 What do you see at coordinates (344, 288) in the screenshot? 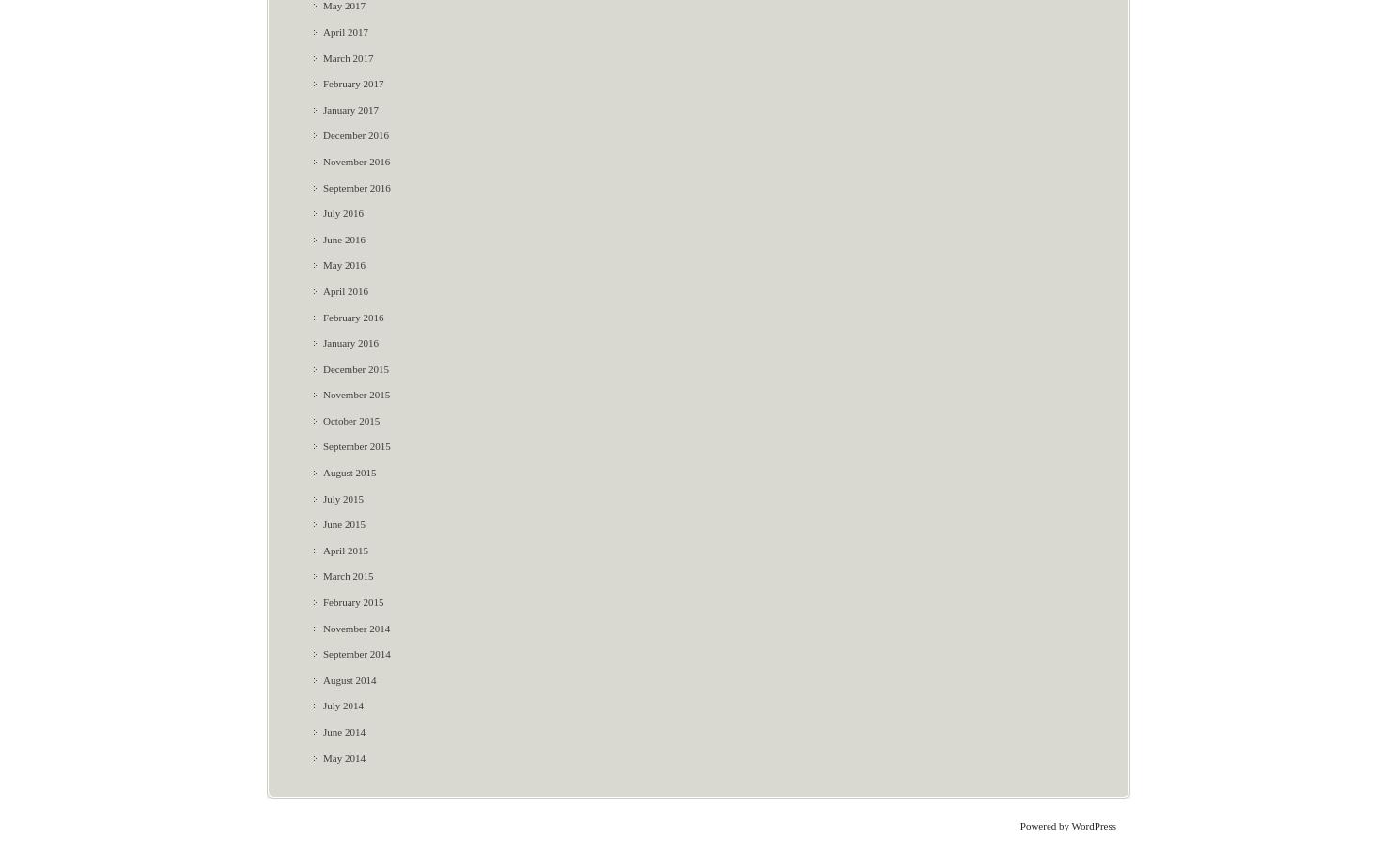
I see `'April 2016'` at bounding box center [344, 288].